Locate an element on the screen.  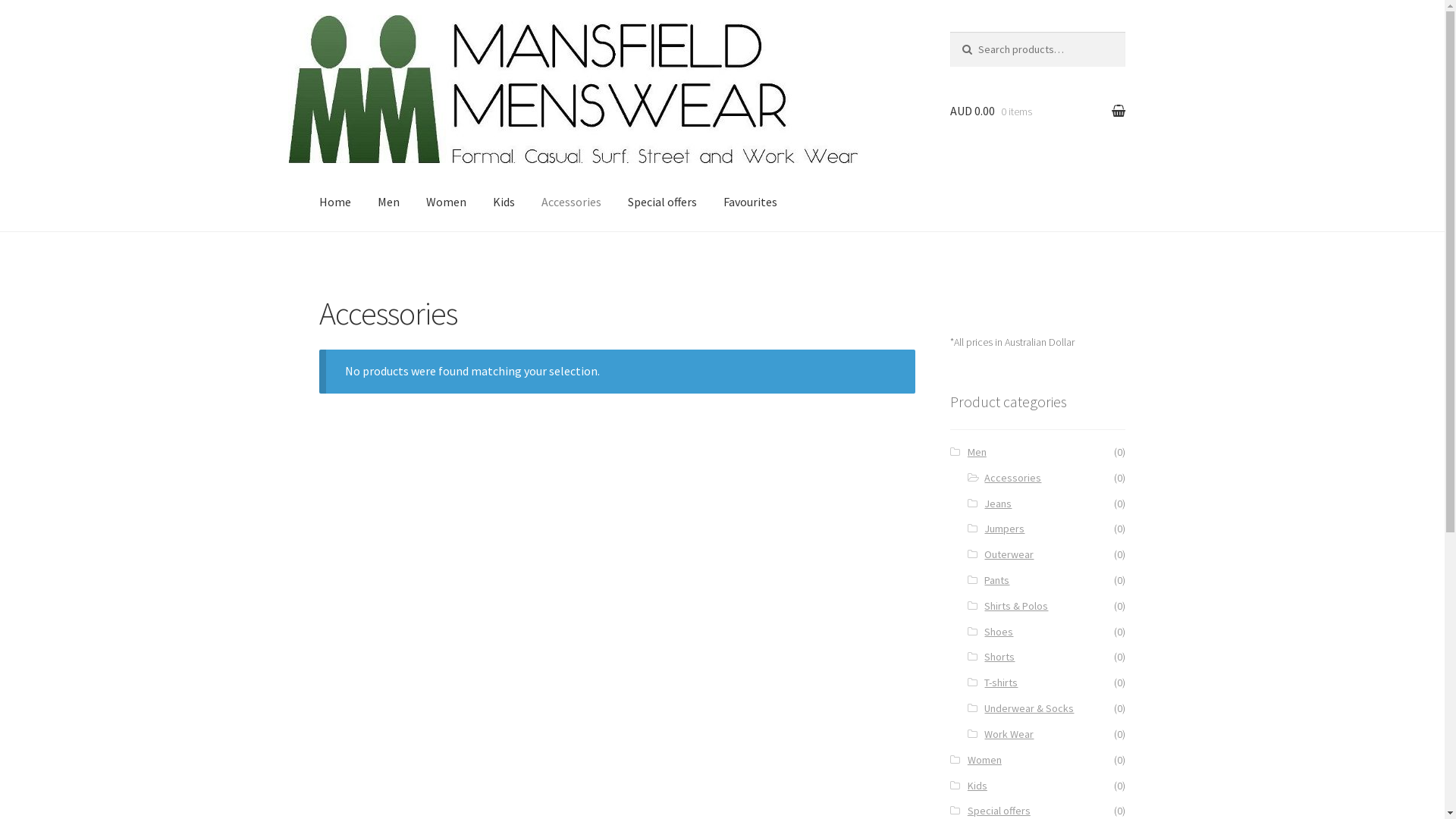
'Shorts' is located at coordinates (999, 656).